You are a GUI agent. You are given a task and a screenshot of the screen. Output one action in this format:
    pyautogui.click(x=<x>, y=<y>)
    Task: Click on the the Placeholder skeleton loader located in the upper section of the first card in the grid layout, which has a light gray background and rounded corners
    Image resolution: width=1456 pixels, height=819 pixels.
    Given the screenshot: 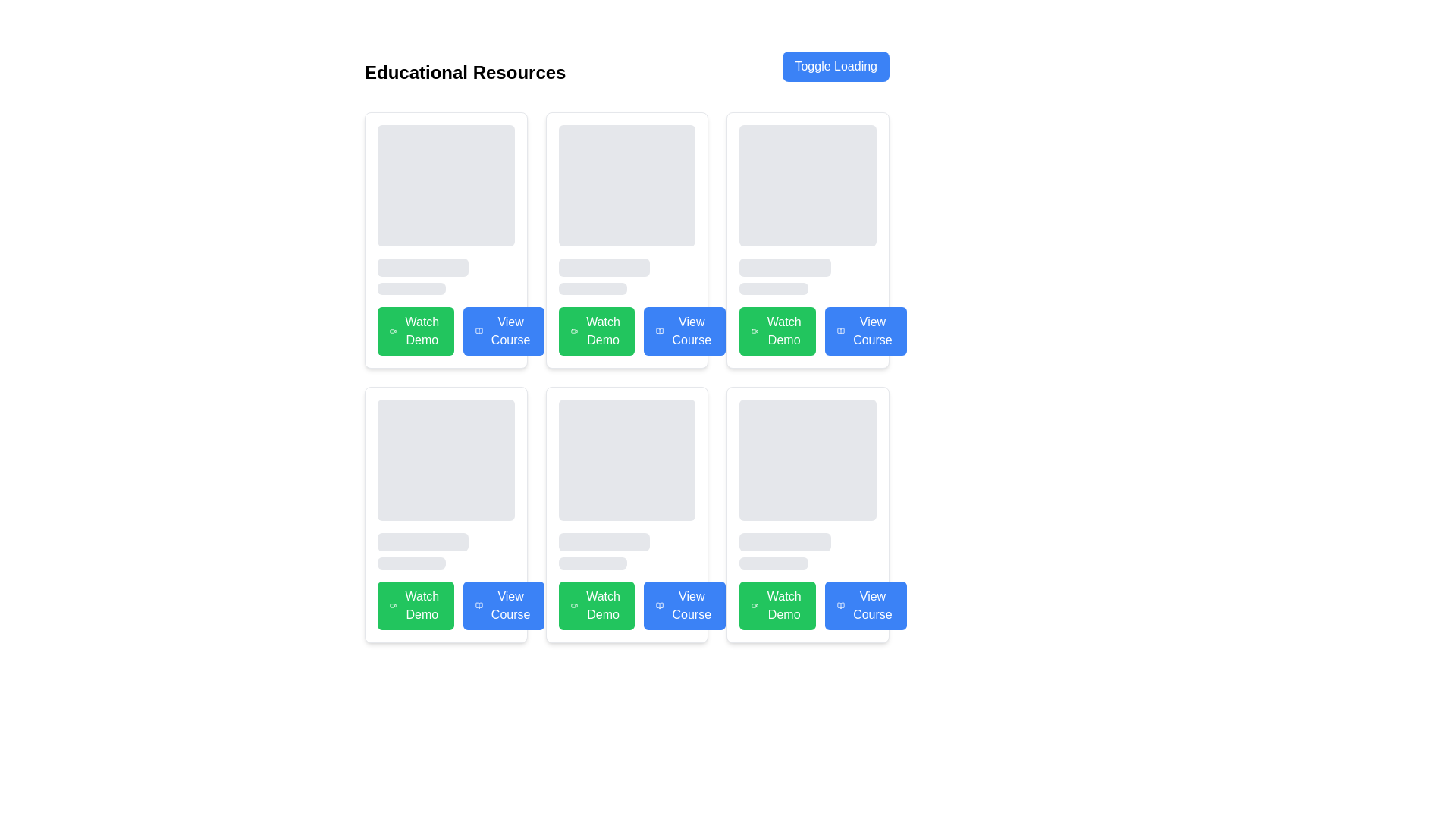 What is the action you would take?
    pyautogui.click(x=445, y=210)
    